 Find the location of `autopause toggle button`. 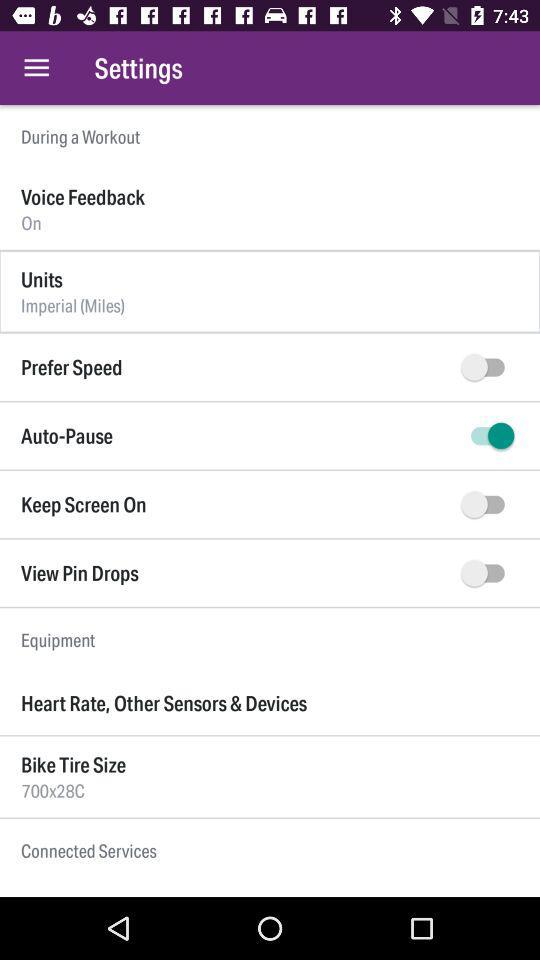

autopause toggle button is located at coordinates (486, 436).